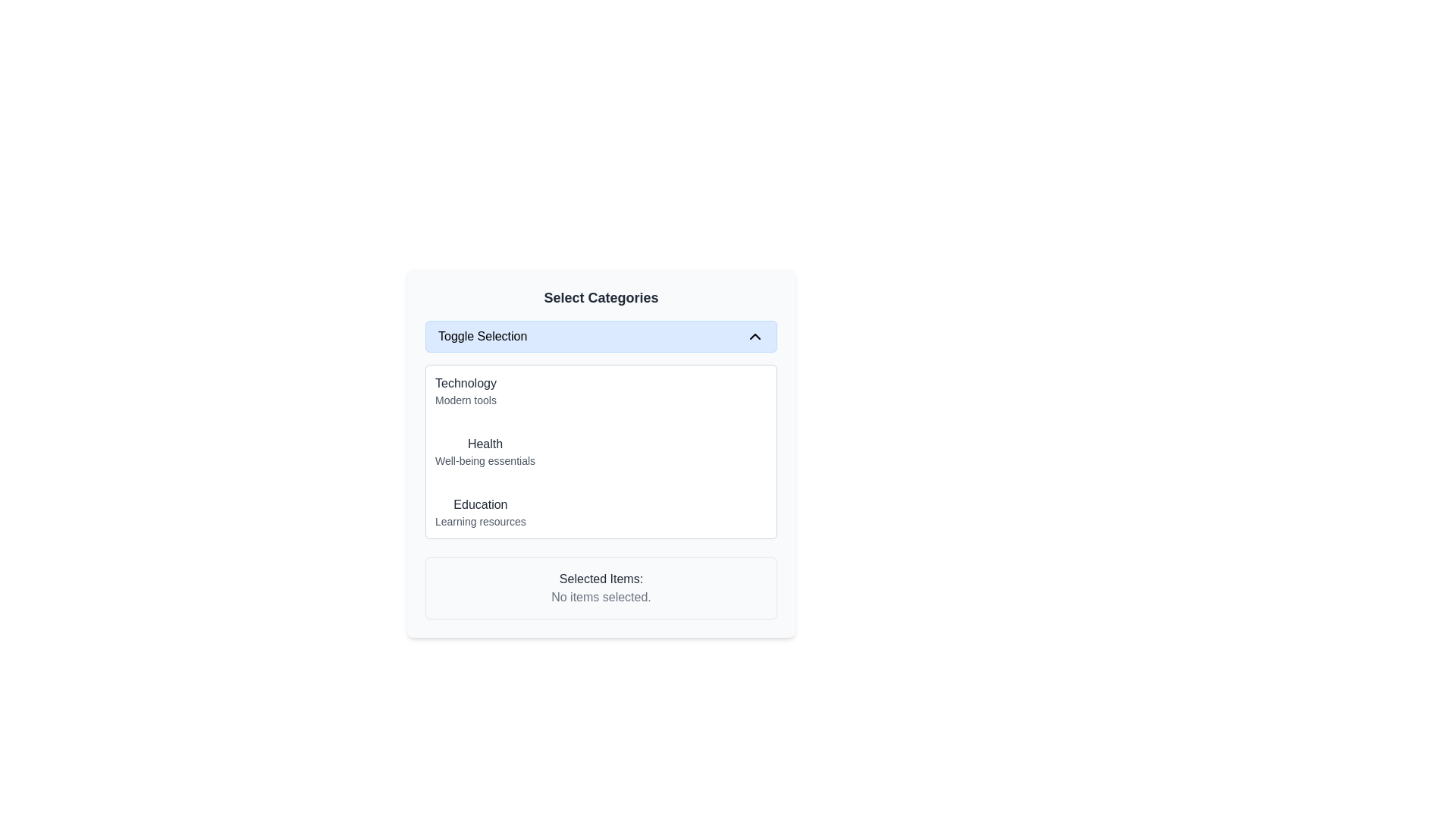 This screenshot has width=1456, height=819. I want to click on the 'Technology' category label located at the top of the category selection list, so click(465, 391).